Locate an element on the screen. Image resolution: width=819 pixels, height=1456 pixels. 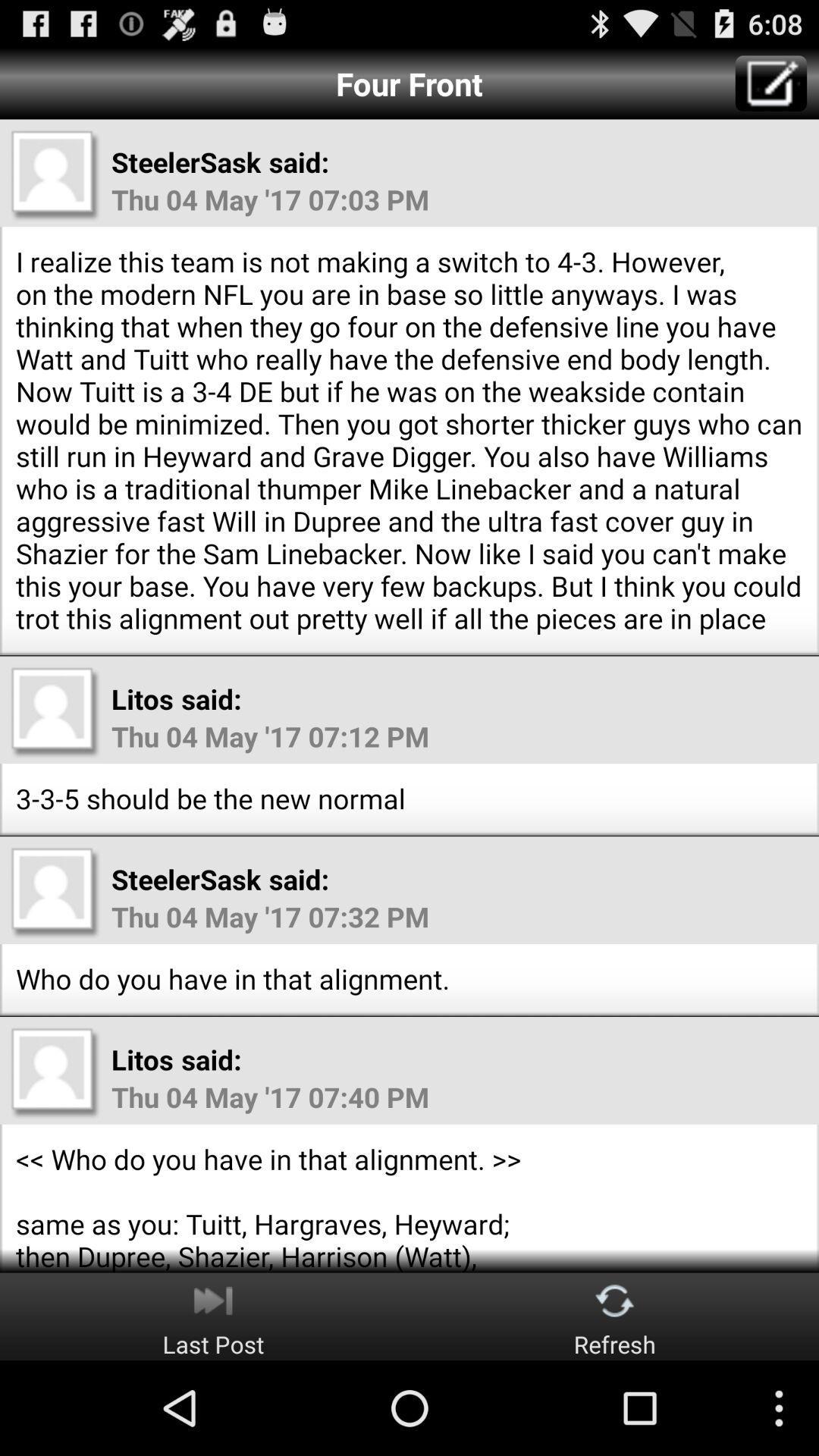
write post is located at coordinates (771, 83).